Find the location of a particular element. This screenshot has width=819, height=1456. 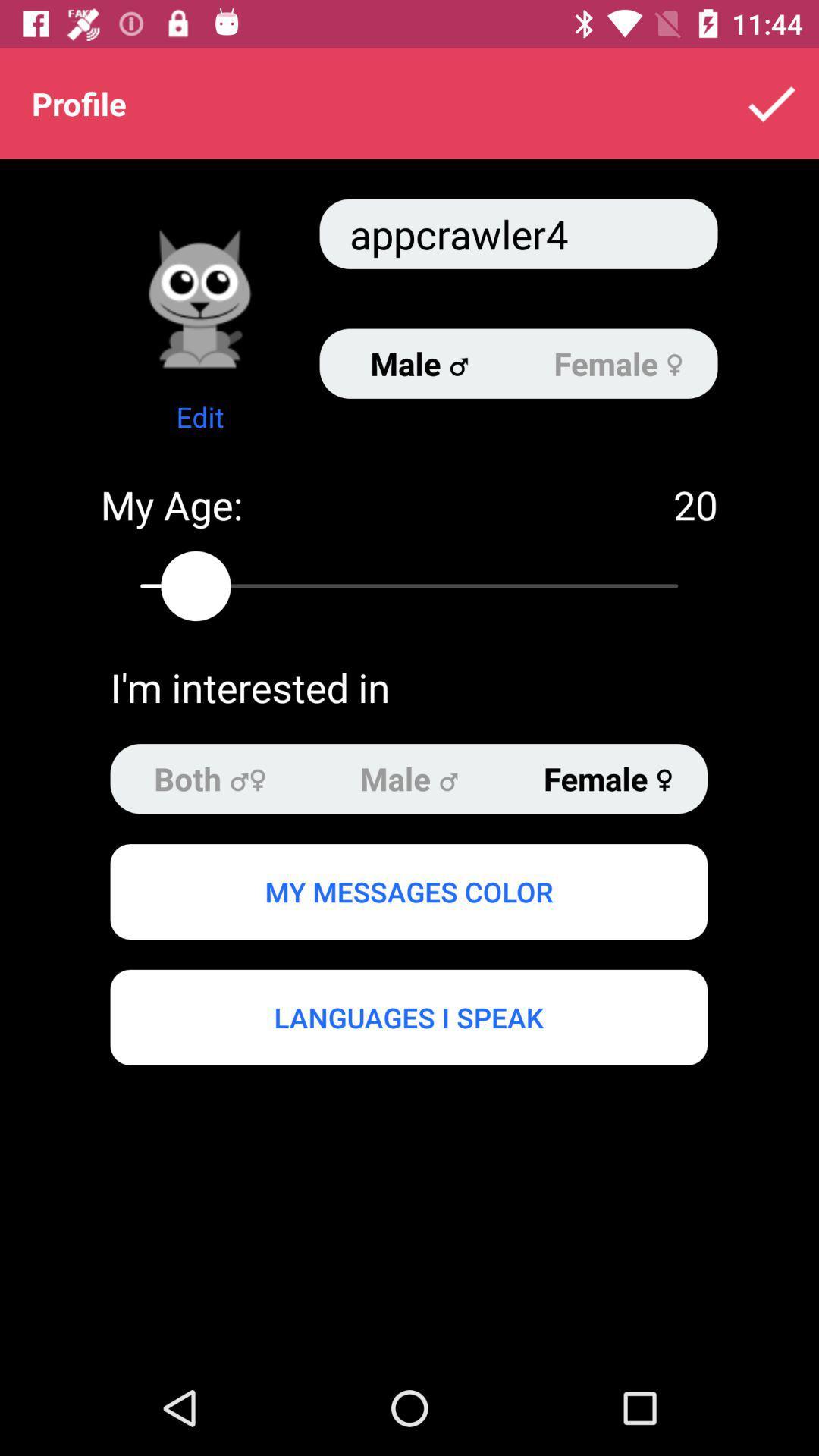

the my messages color icon is located at coordinates (408, 892).